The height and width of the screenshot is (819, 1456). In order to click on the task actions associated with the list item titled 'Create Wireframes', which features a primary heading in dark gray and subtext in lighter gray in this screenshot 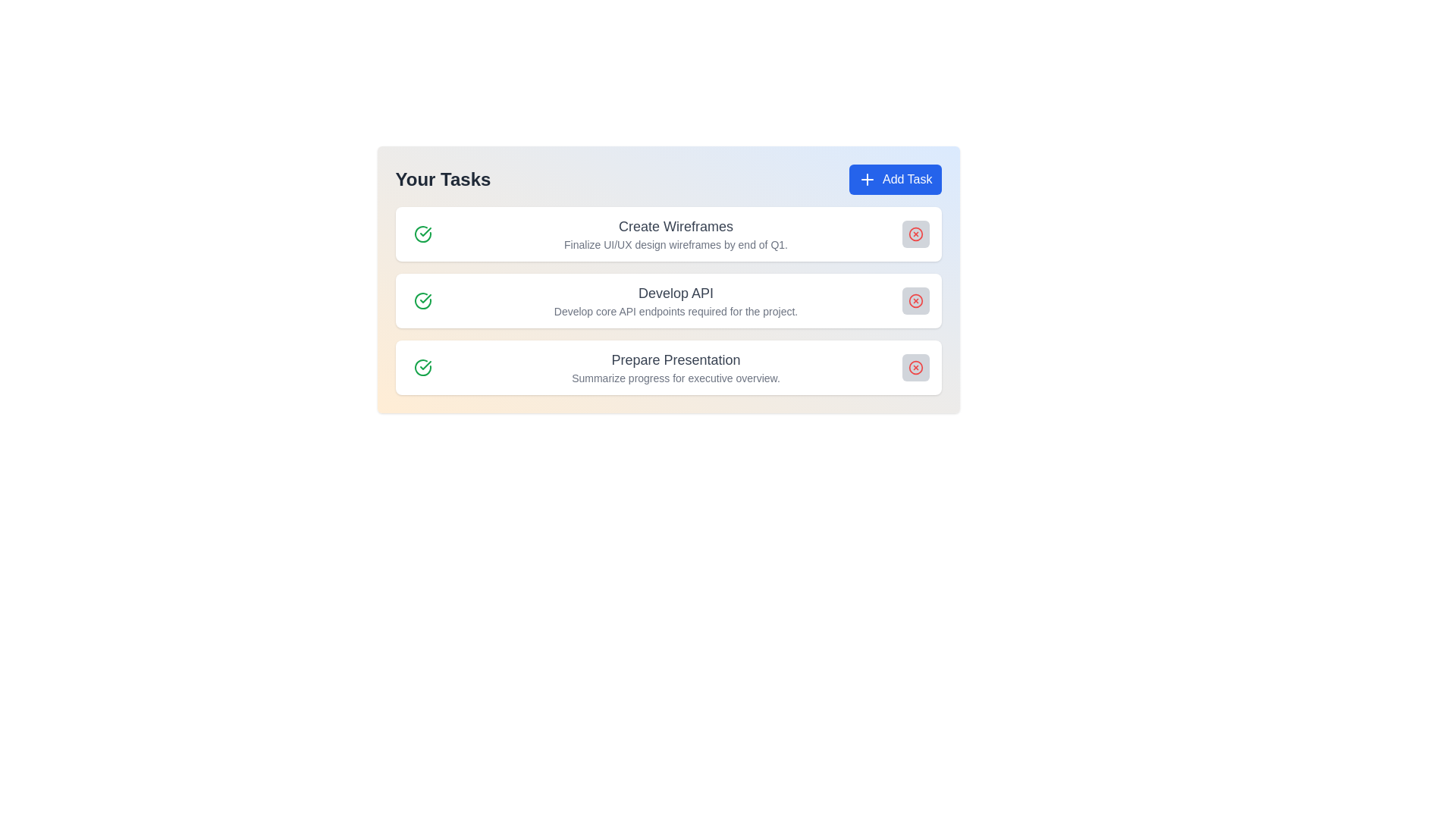, I will do `click(675, 234)`.